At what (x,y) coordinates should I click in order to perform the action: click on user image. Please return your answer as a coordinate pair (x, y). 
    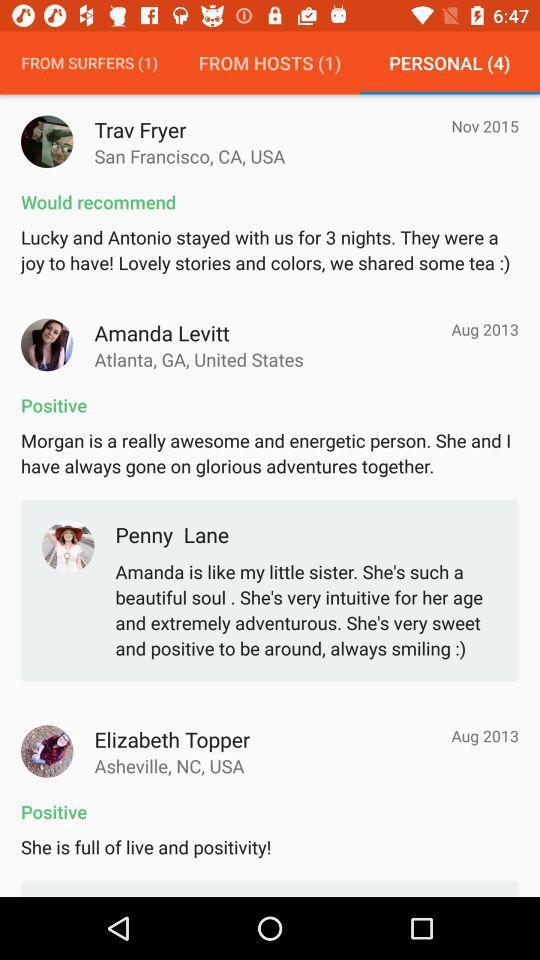
    Looking at the image, I should click on (47, 140).